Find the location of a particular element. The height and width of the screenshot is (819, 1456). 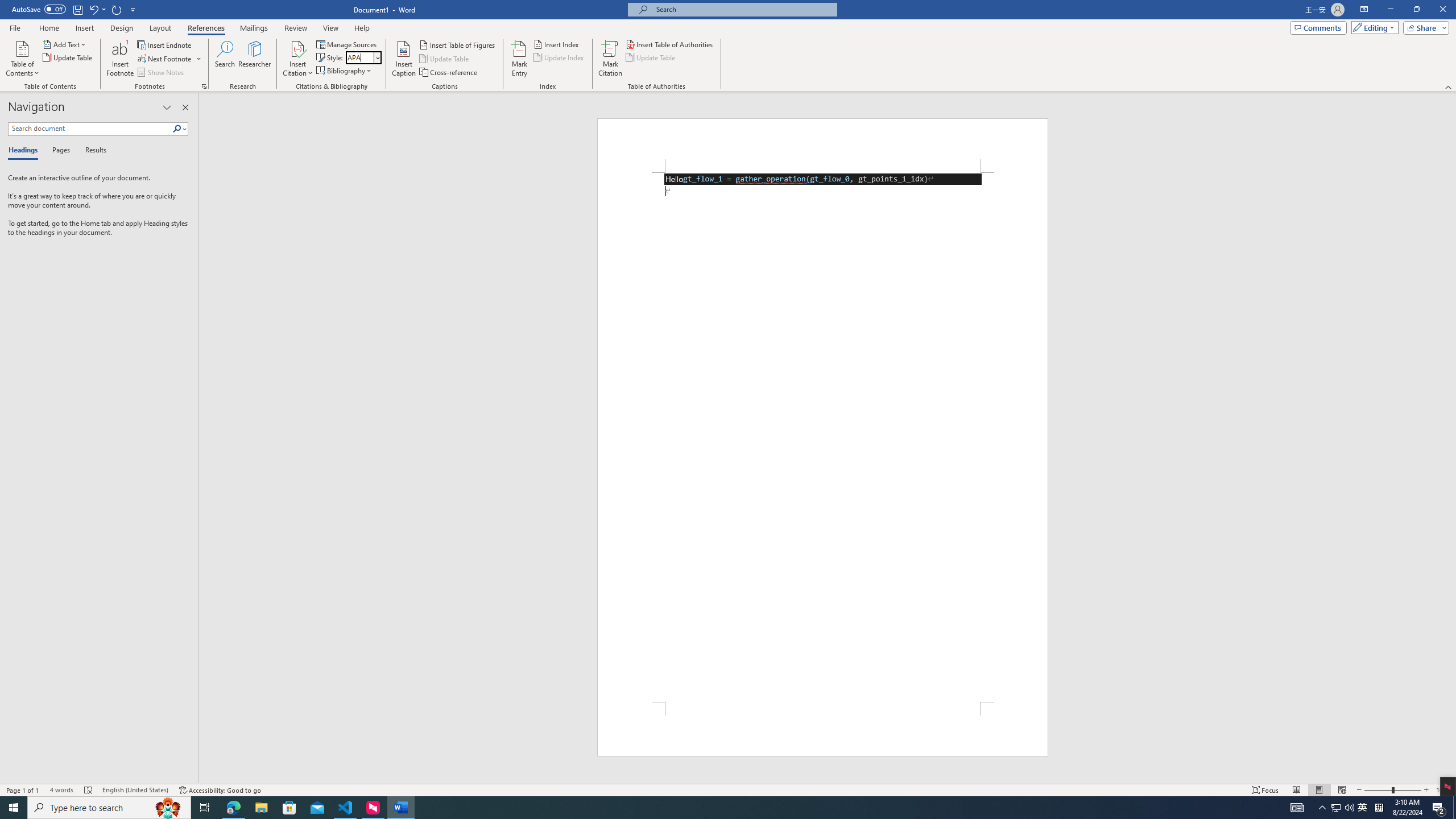

'Zoom 100%' is located at coordinates (1443, 790).